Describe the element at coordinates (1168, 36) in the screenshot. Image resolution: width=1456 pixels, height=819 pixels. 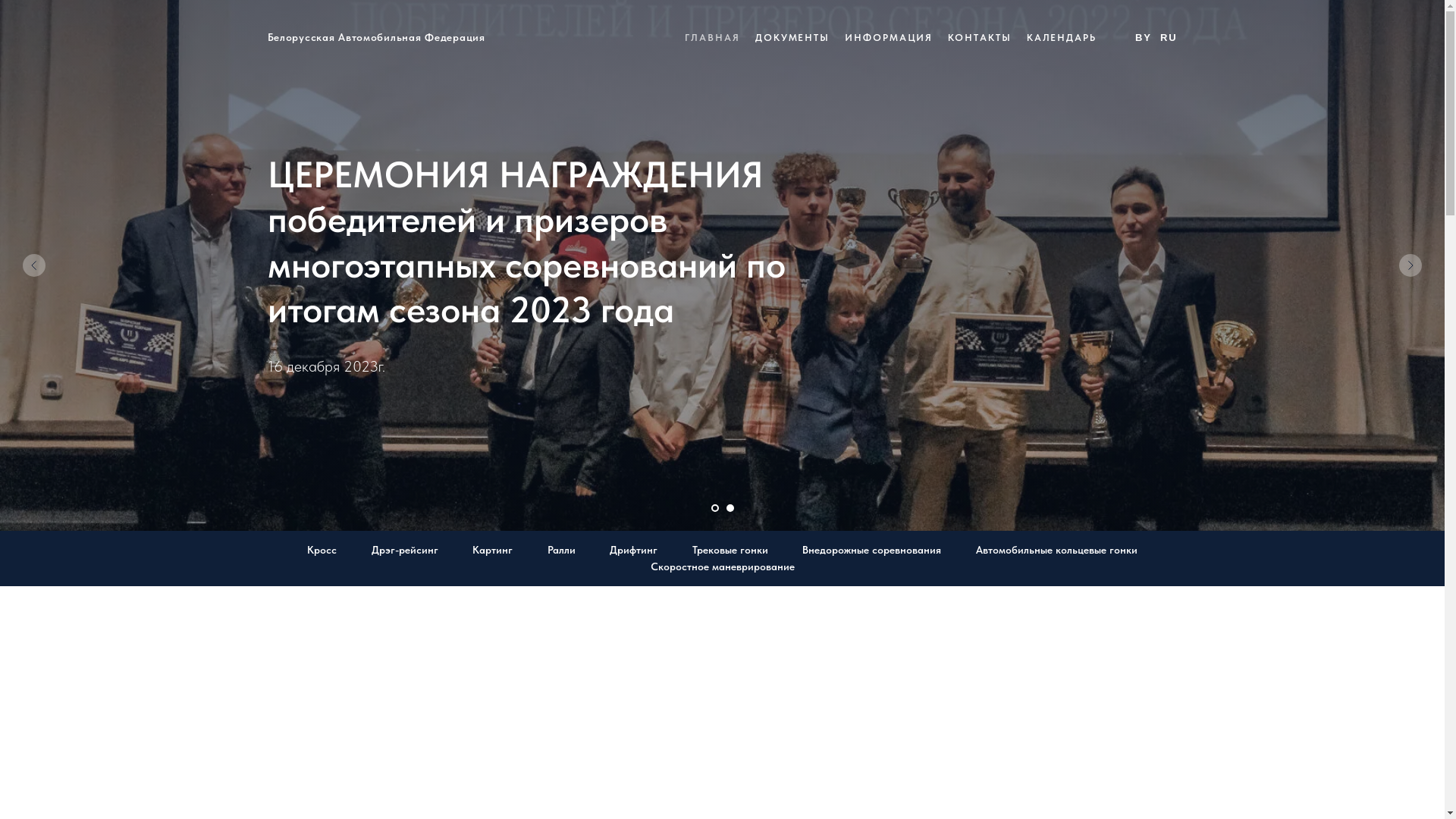
I see `'RU'` at that location.